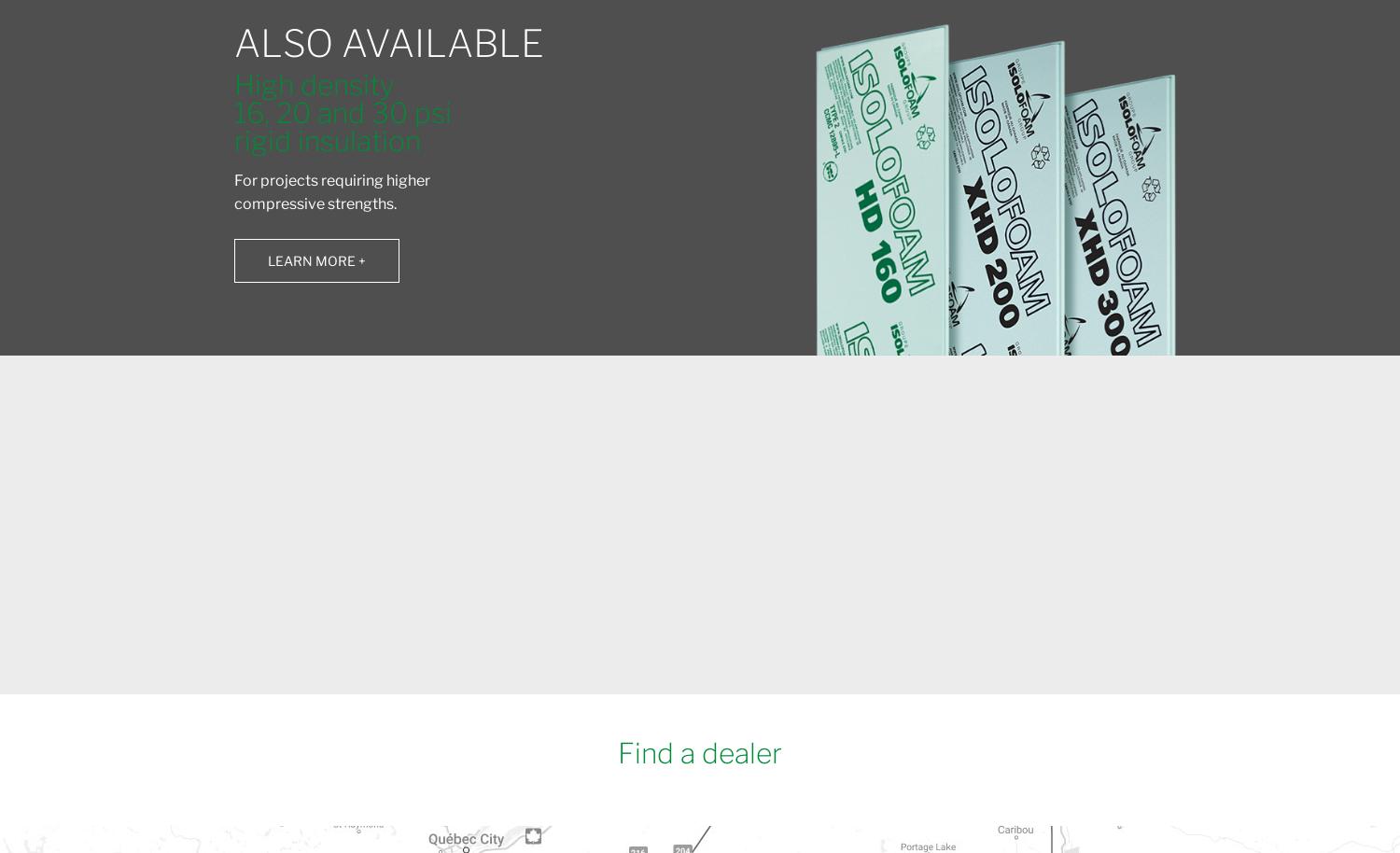 The image size is (1400, 853). Describe the element at coordinates (912, 593) in the screenshot. I see `'Greenguard- and Greenguard Gold-certified products'` at that location.